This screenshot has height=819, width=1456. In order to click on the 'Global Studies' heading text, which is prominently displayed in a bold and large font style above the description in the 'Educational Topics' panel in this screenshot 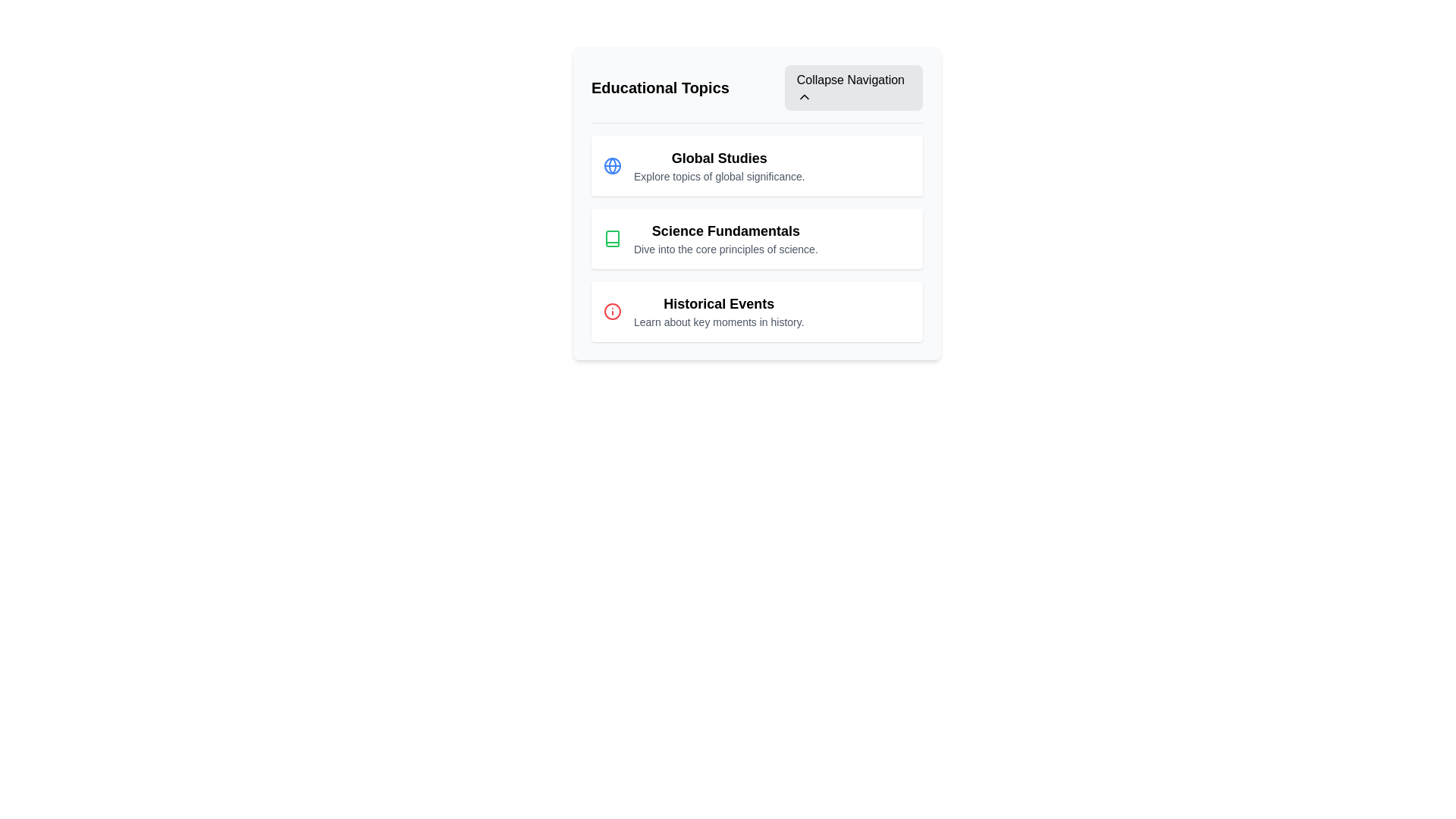, I will do `click(718, 158)`.